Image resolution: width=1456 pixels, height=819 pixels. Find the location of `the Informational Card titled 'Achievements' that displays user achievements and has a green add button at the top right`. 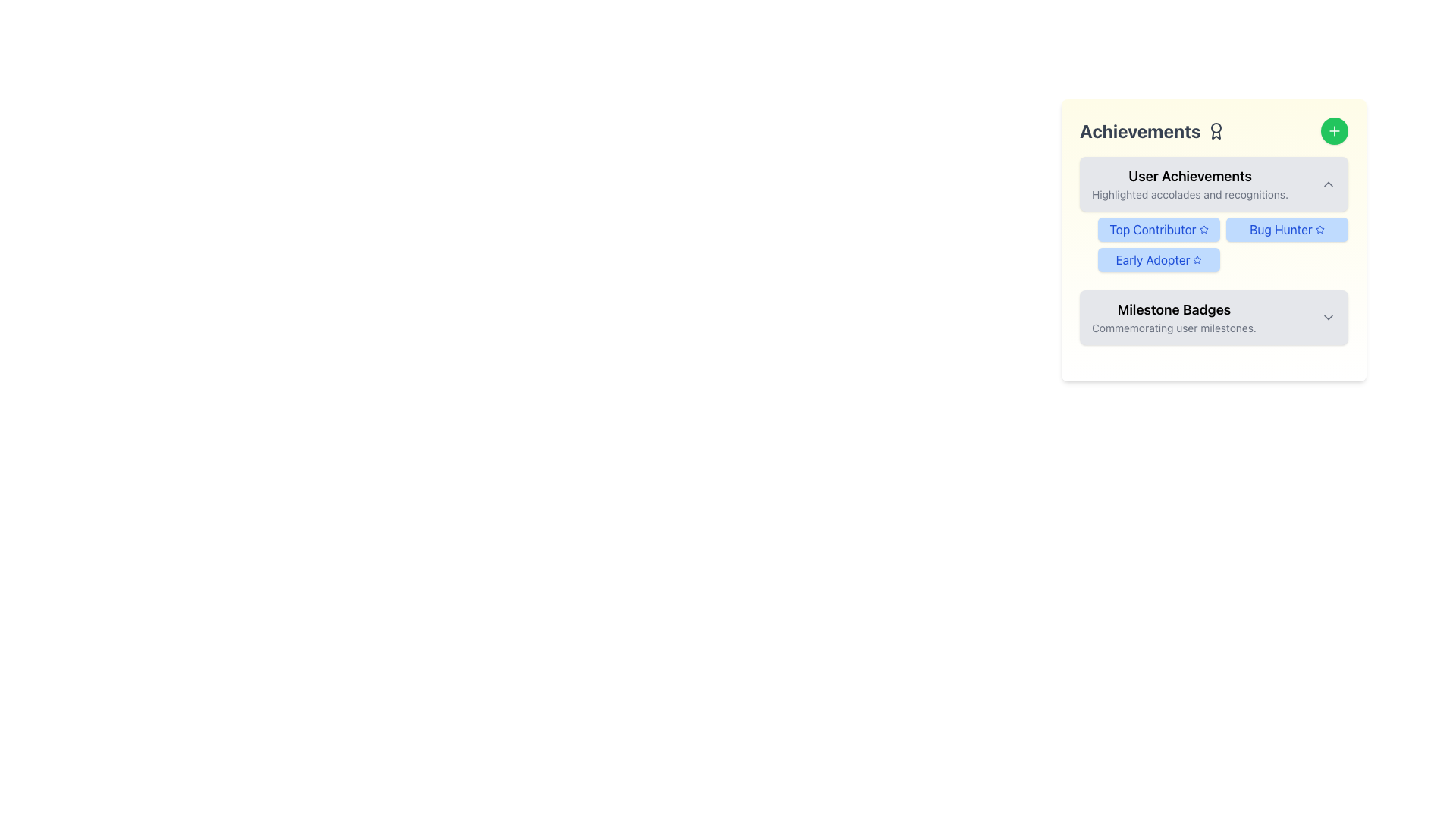

the Informational Card titled 'Achievements' that displays user achievements and has a green add button at the top right is located at coordinates (1214, 281).